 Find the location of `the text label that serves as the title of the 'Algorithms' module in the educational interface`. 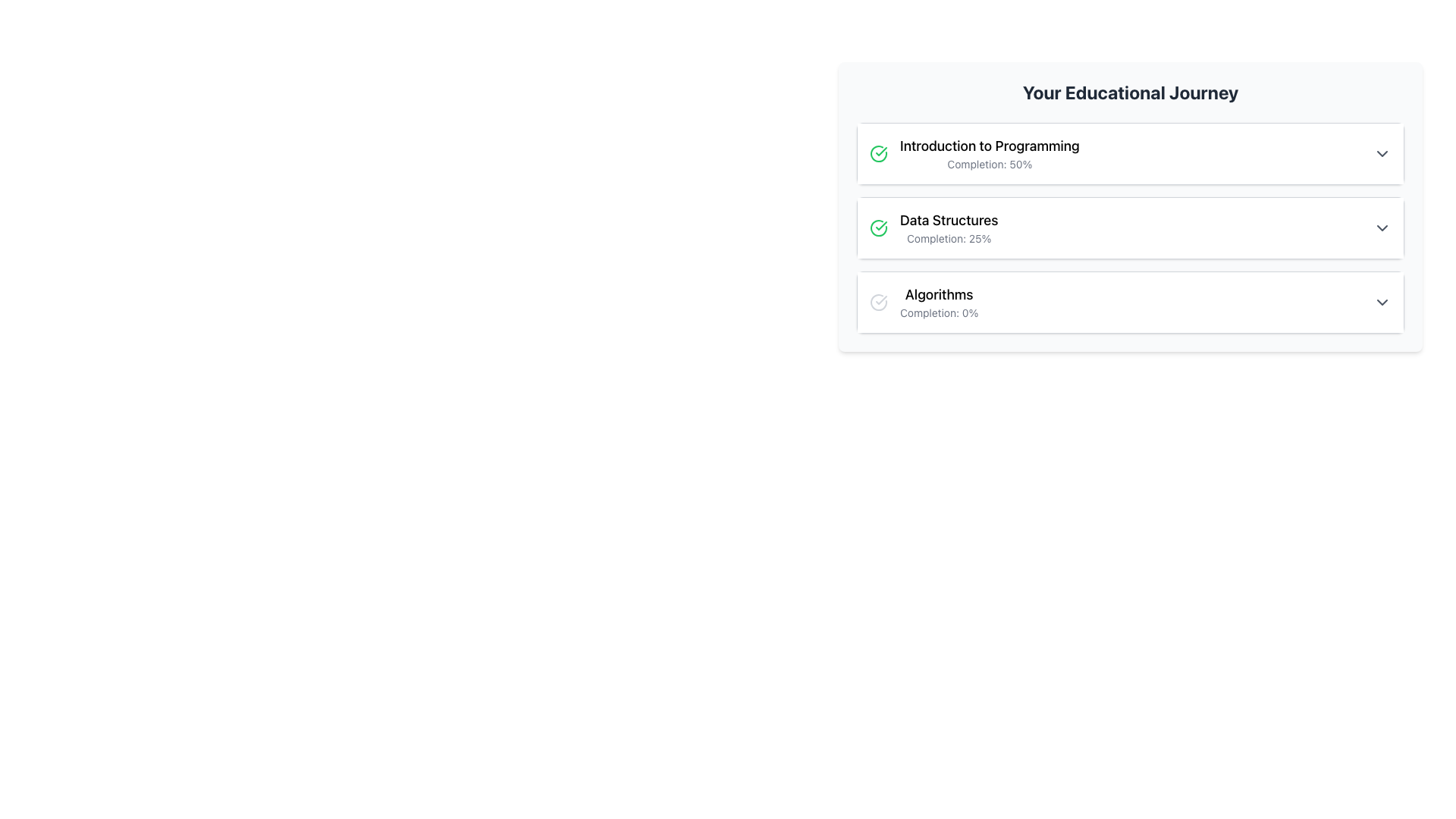

the text label that serves as the title of the 'Algorithms' module in the educational interface is located at coordinates (938, 295).